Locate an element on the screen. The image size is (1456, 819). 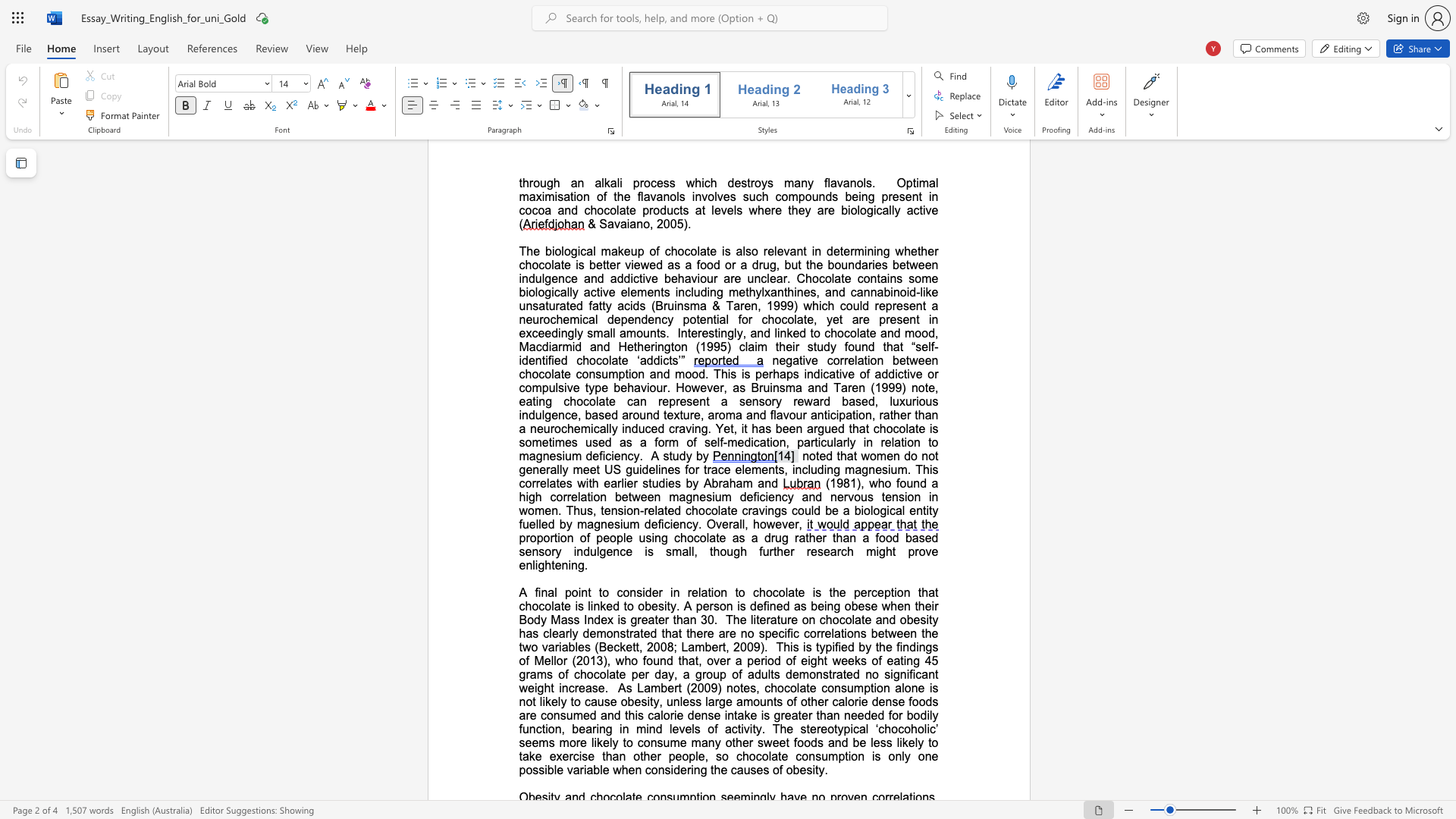
the subset text "kely to cause" within the text "As Lambert (2009) notes, chocolate consumption alone is not likely to cause obesity, unless" is located at coordinates (544, 701).